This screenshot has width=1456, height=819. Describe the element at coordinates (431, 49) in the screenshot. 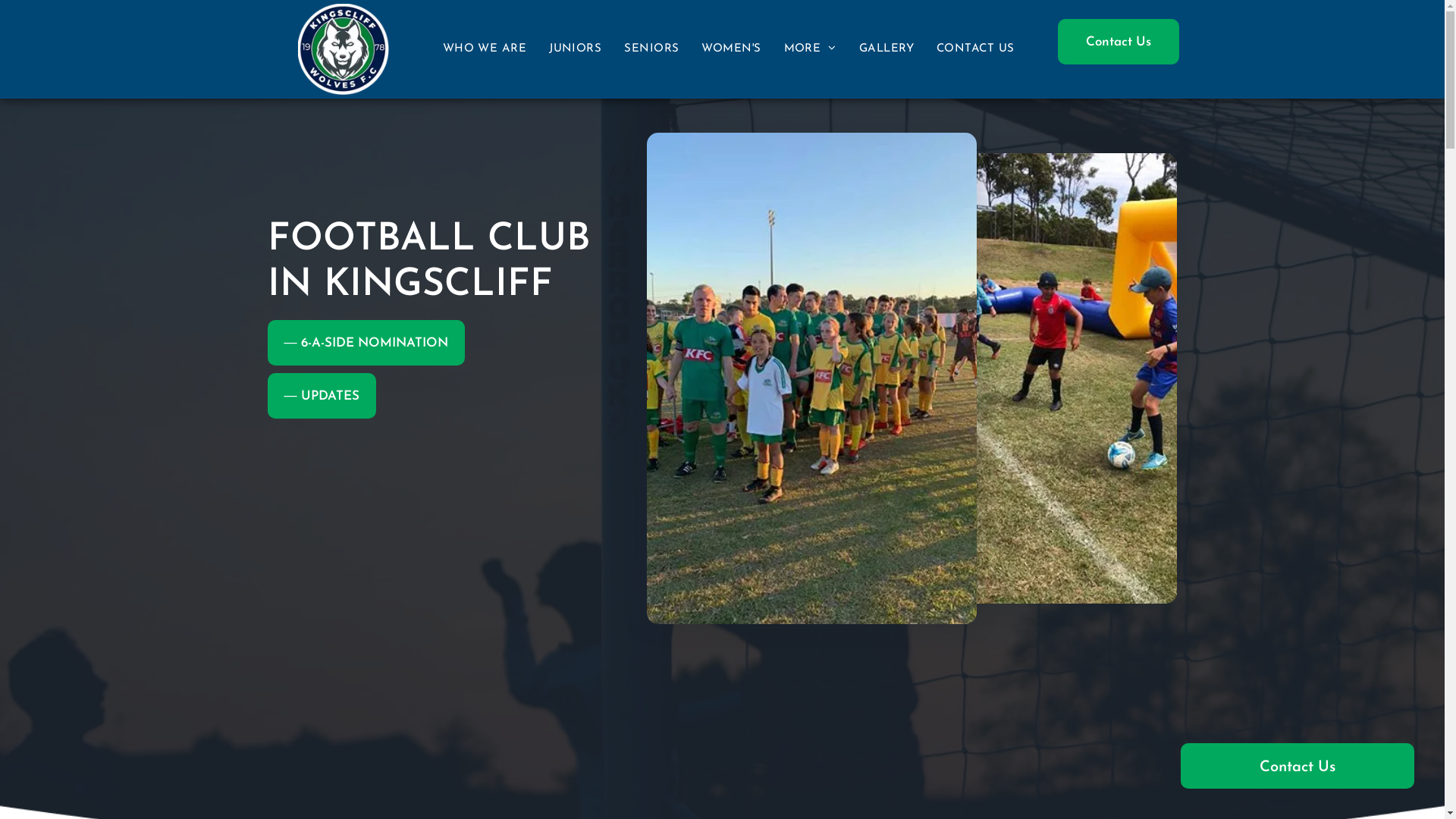

I see `'WHO WE ARE'` at that location.